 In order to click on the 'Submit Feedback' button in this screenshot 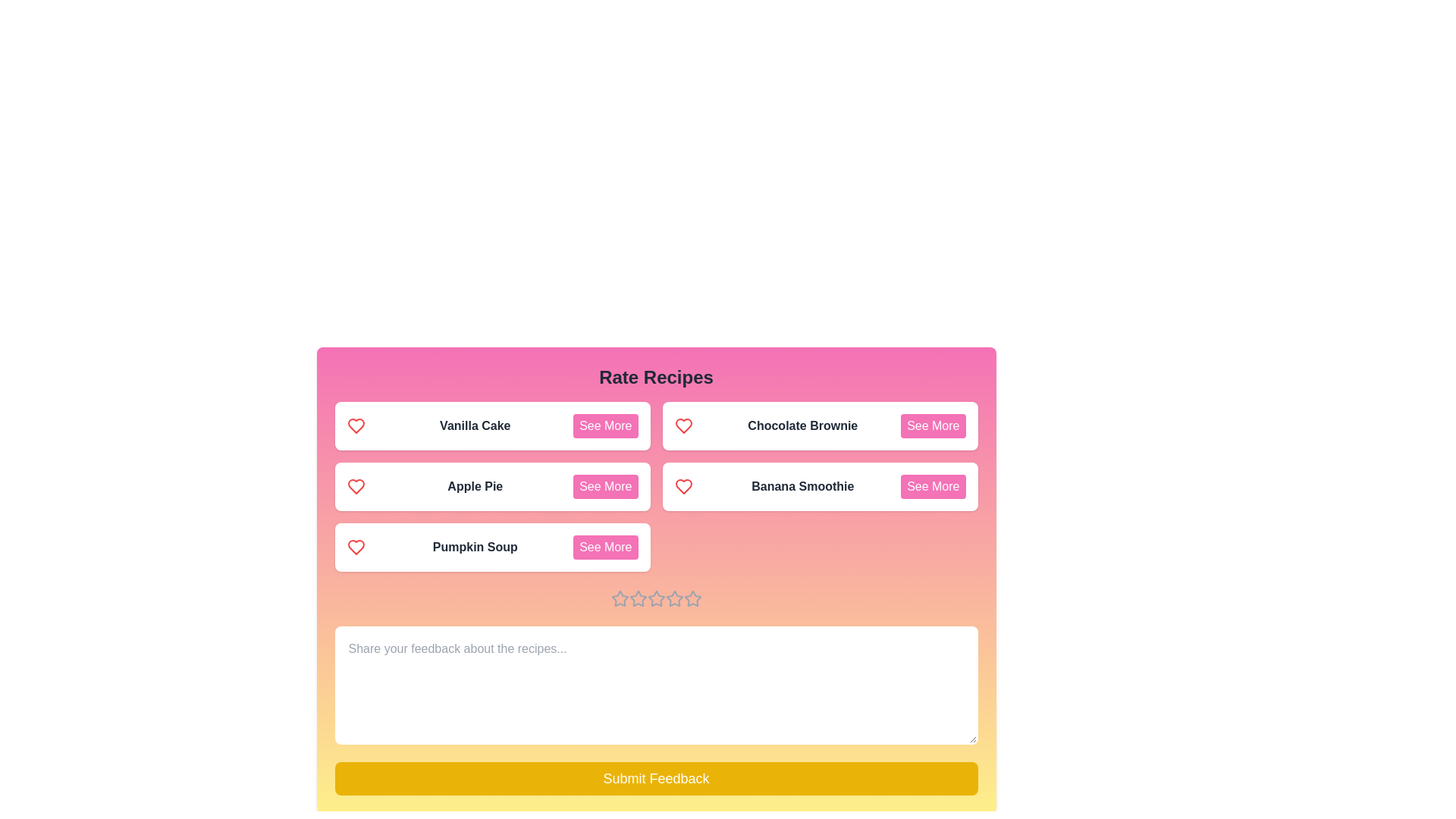, I will do `click(656, 778)`.